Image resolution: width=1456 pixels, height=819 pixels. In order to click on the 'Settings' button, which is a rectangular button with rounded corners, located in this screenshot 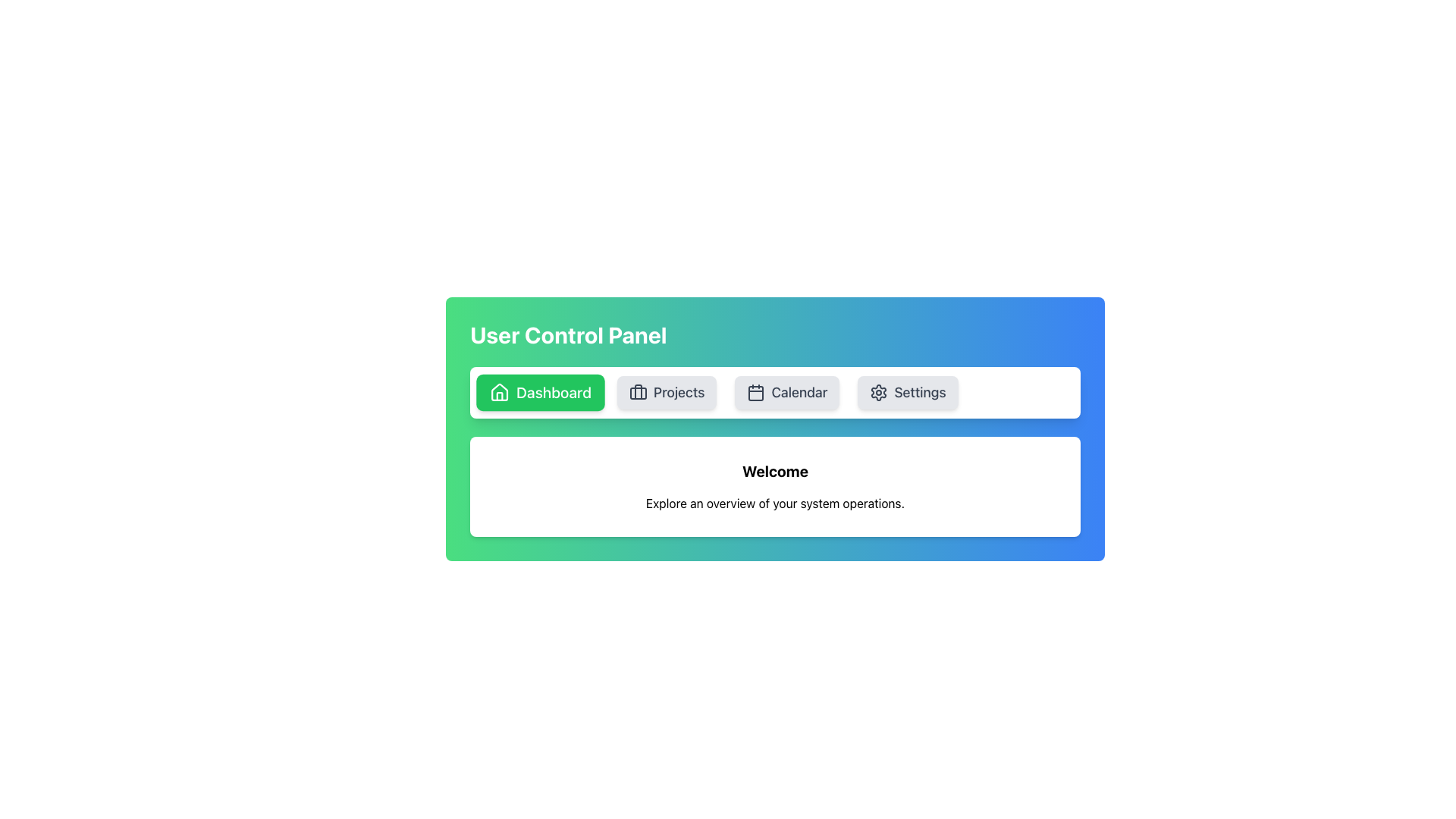, I will do `click(908, 391)`.